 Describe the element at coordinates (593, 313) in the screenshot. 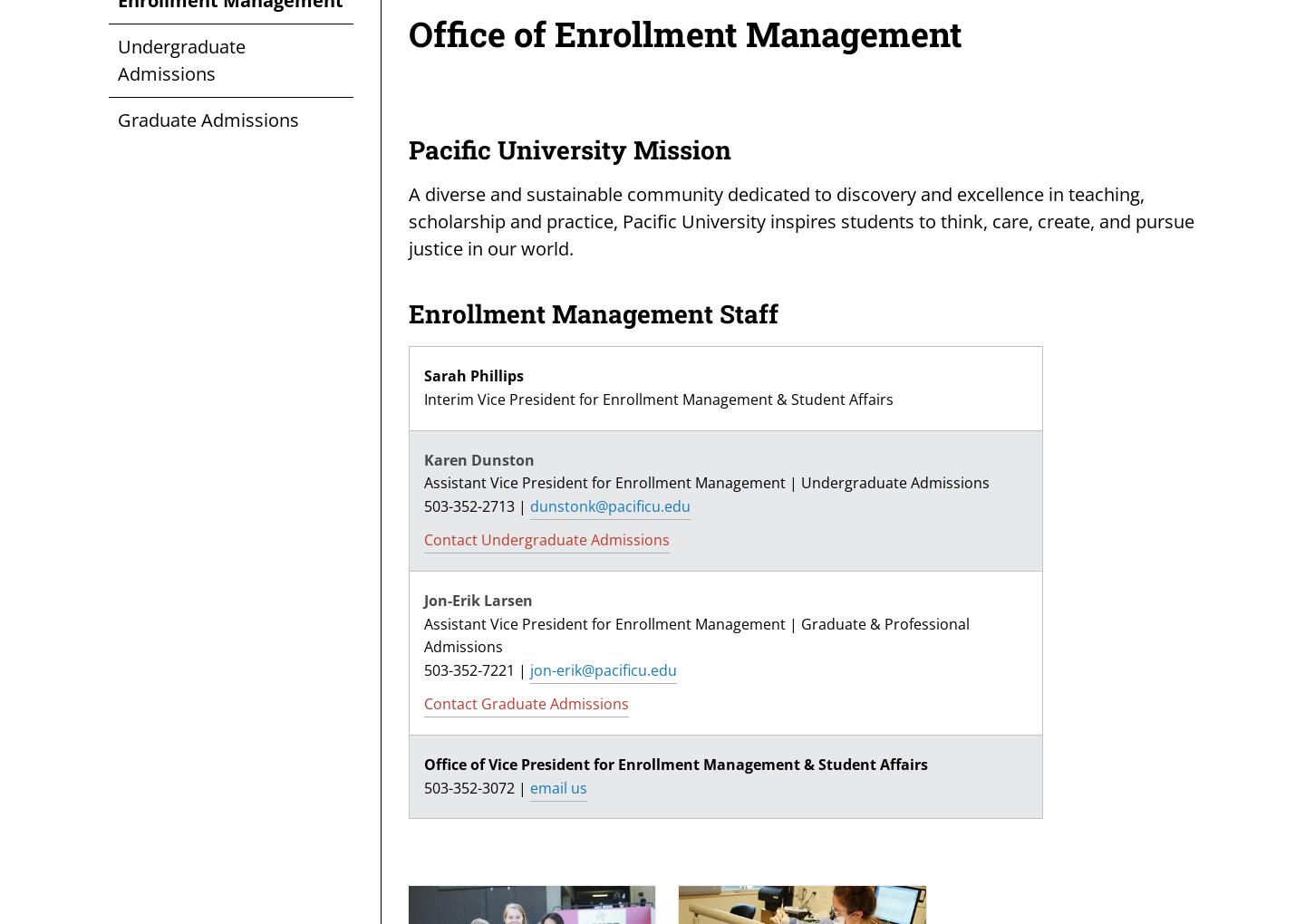

I see `'Enrollment Management Staff'` at that location.